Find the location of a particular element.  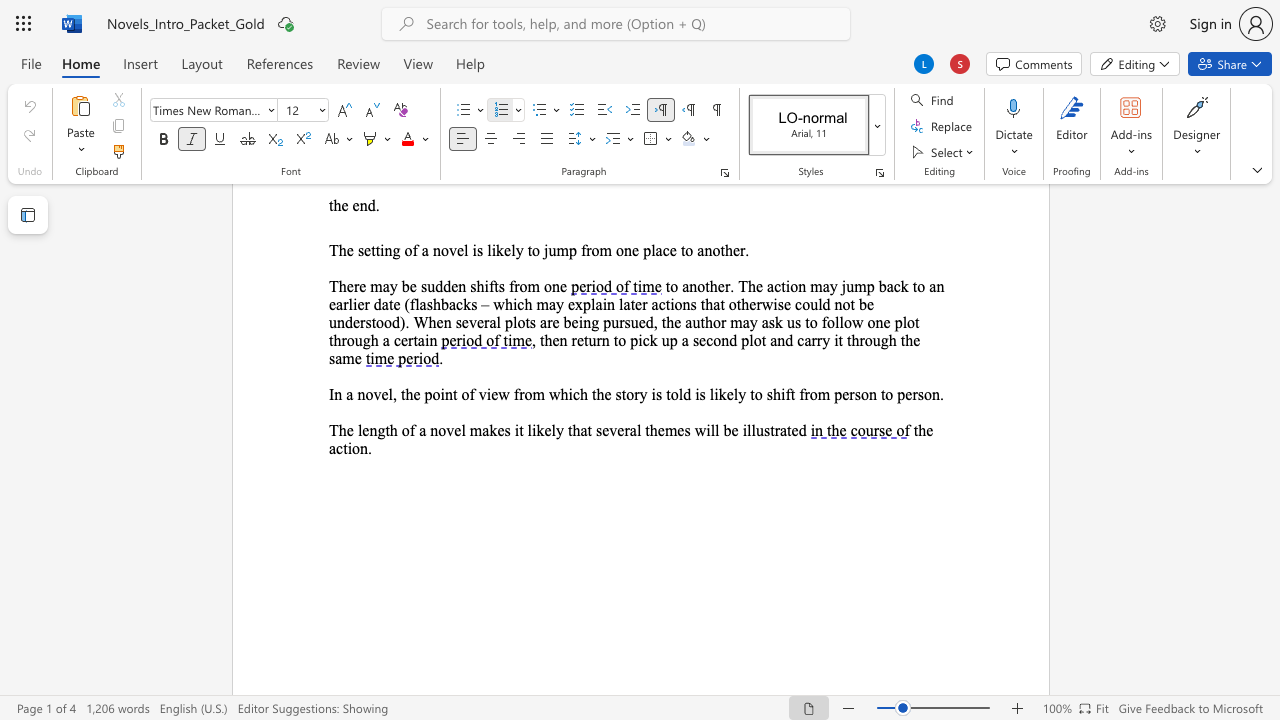

the 1th character "i" in the text is located at coordinates (349, 447).